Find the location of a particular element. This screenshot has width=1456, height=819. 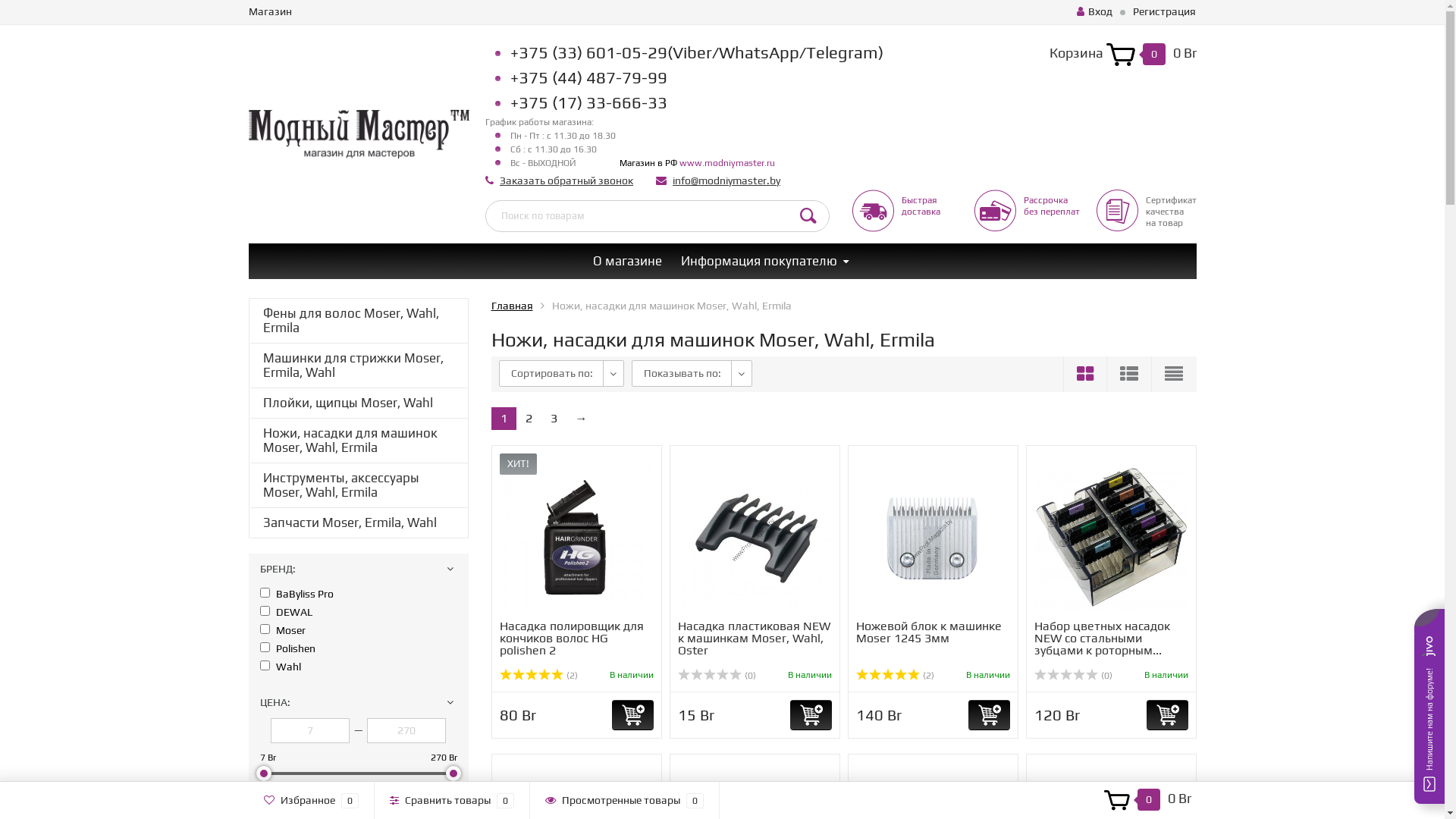

'2' is located at coordinates (528, 418).